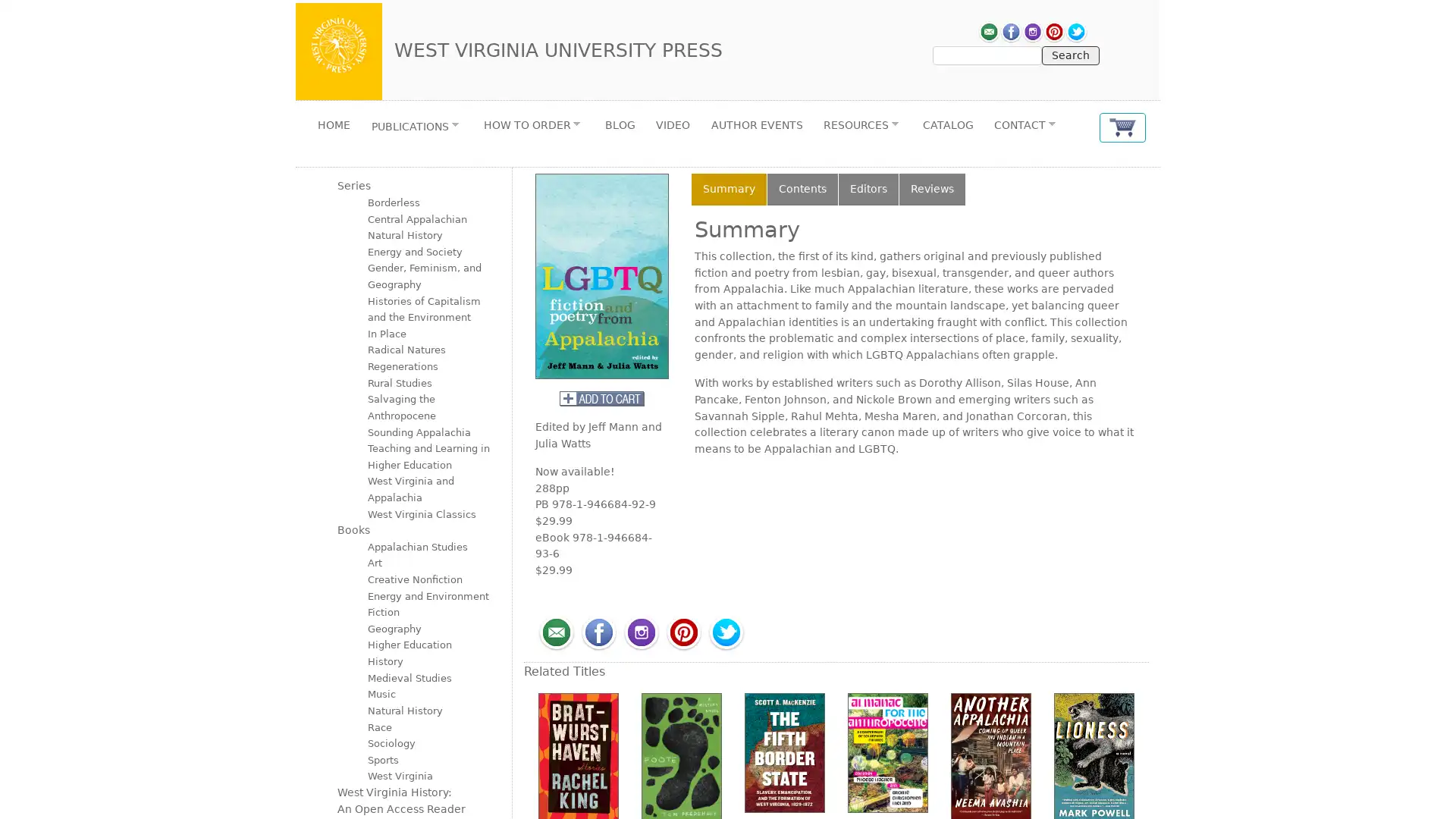  What do you see at coordinates (1122, 127) in the screenshot?
I see `Shopping Cart` at bounding box center [1122, 127].